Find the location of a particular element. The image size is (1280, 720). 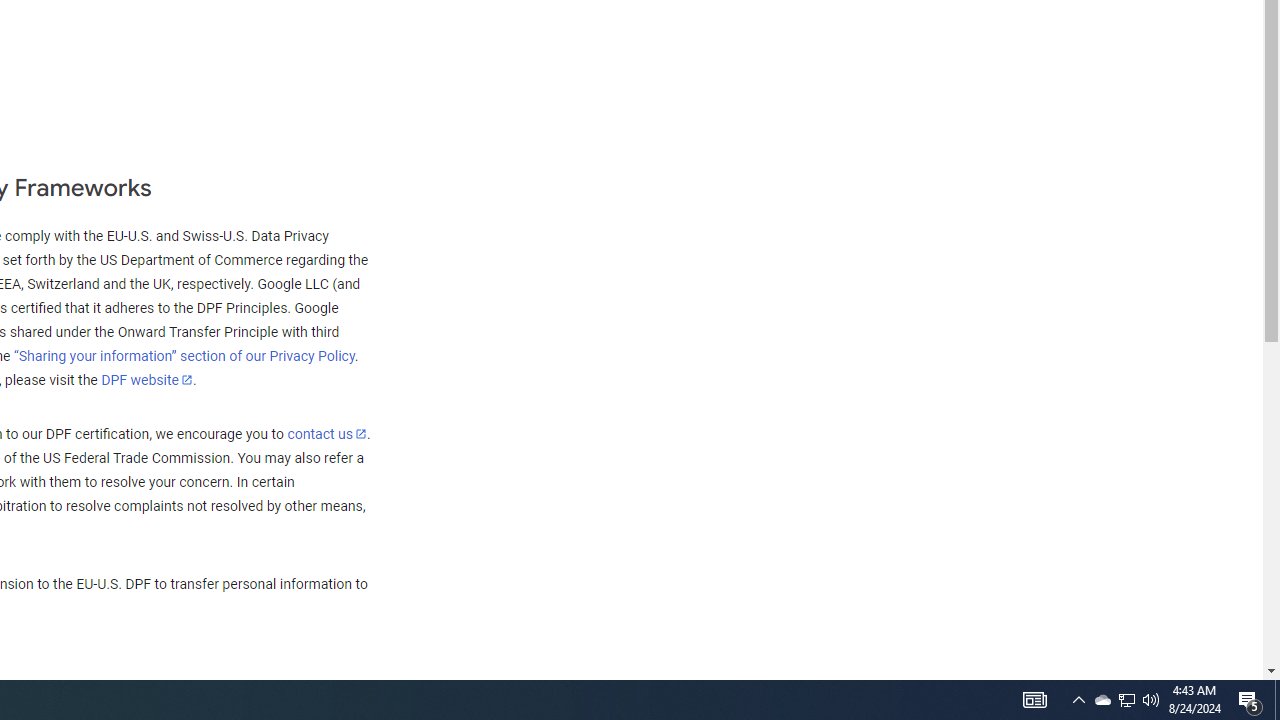

'contact us' is located at coordinates (327, 432).